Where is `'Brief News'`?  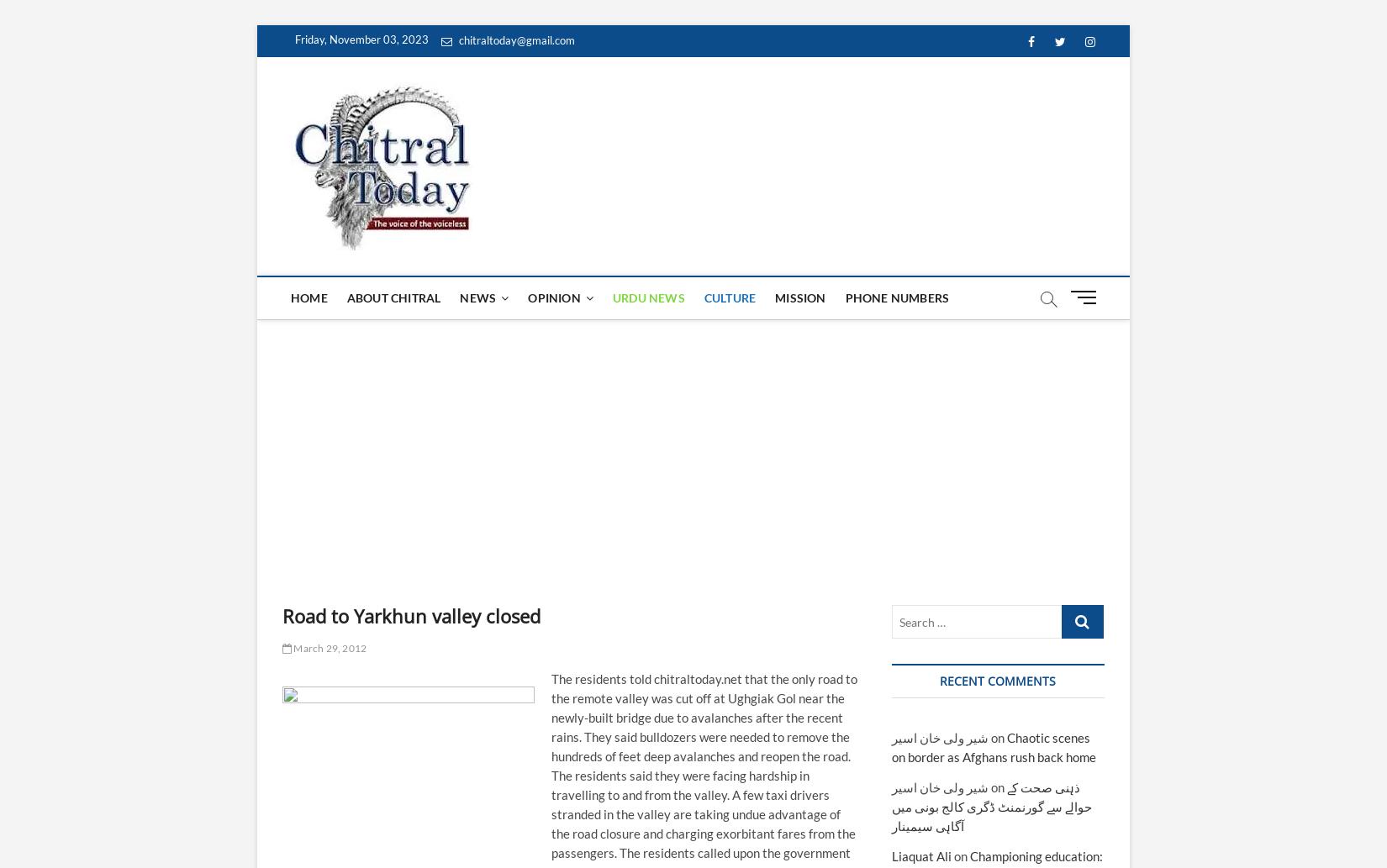 'Brief News' is located at coordinates (462, 418).